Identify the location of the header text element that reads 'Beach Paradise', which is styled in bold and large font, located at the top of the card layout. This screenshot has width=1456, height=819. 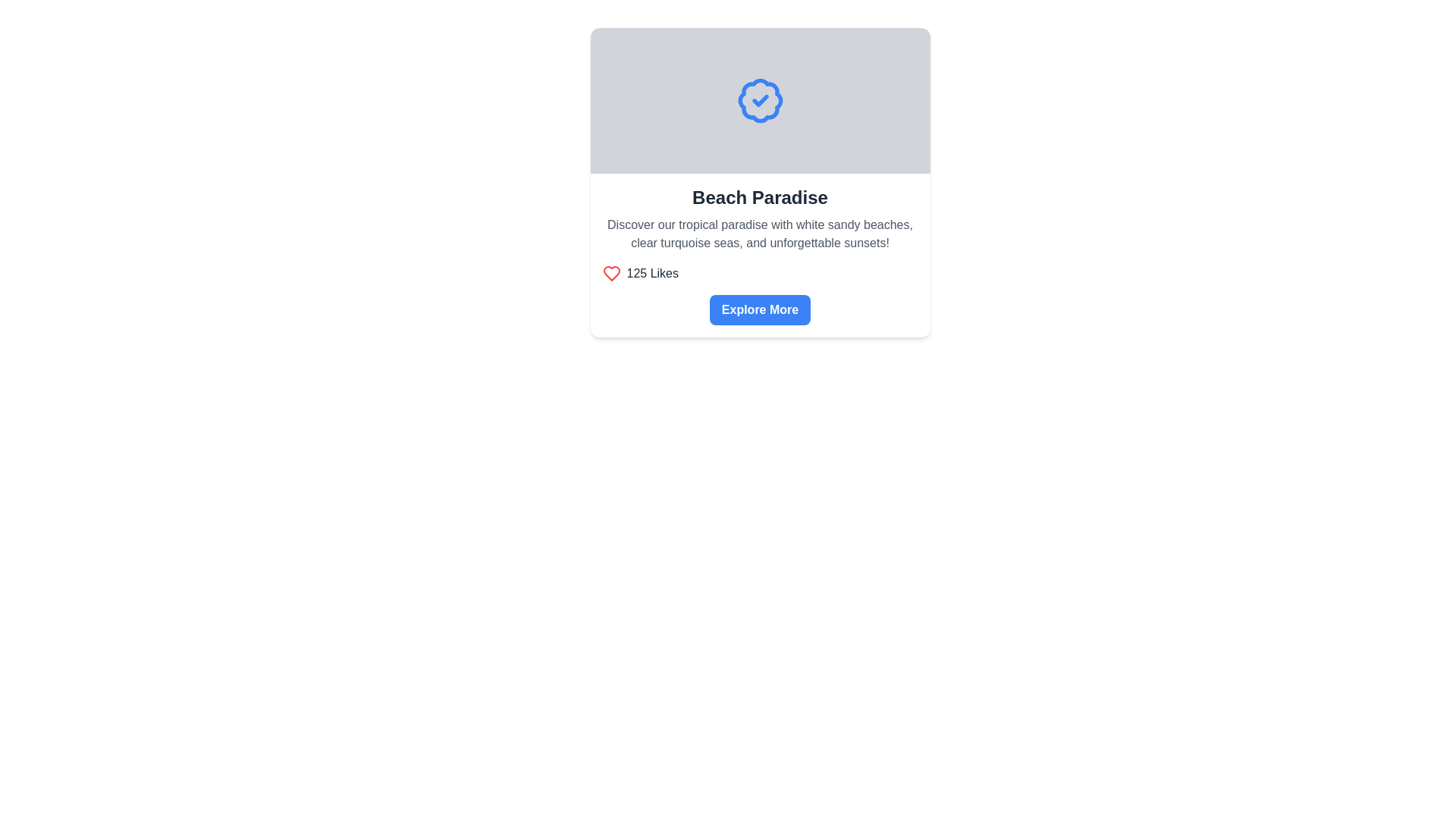
(760, 197).